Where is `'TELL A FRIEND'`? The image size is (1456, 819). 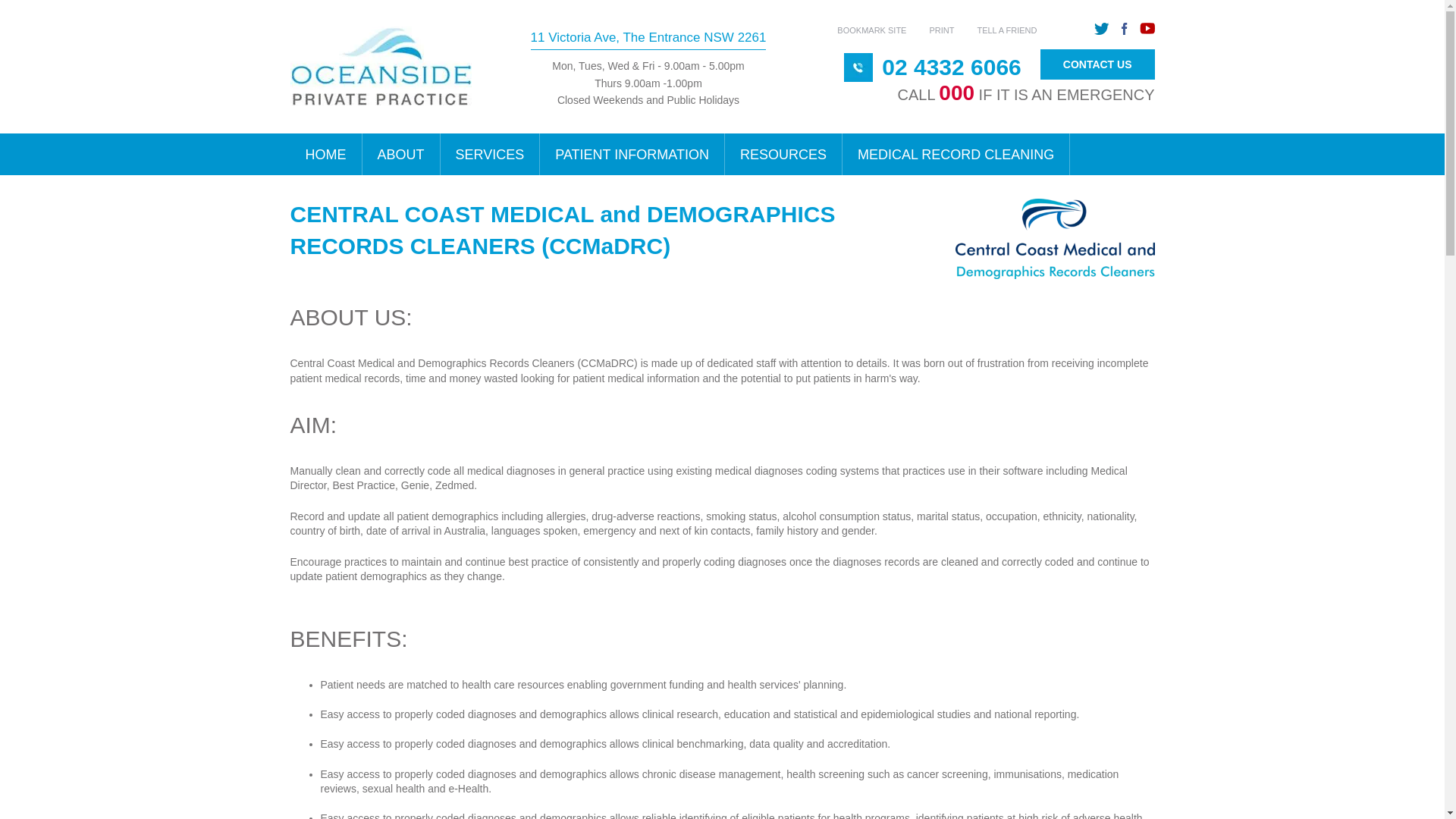
'TELL A FRIEND' is located at coordinates (1006, 30).